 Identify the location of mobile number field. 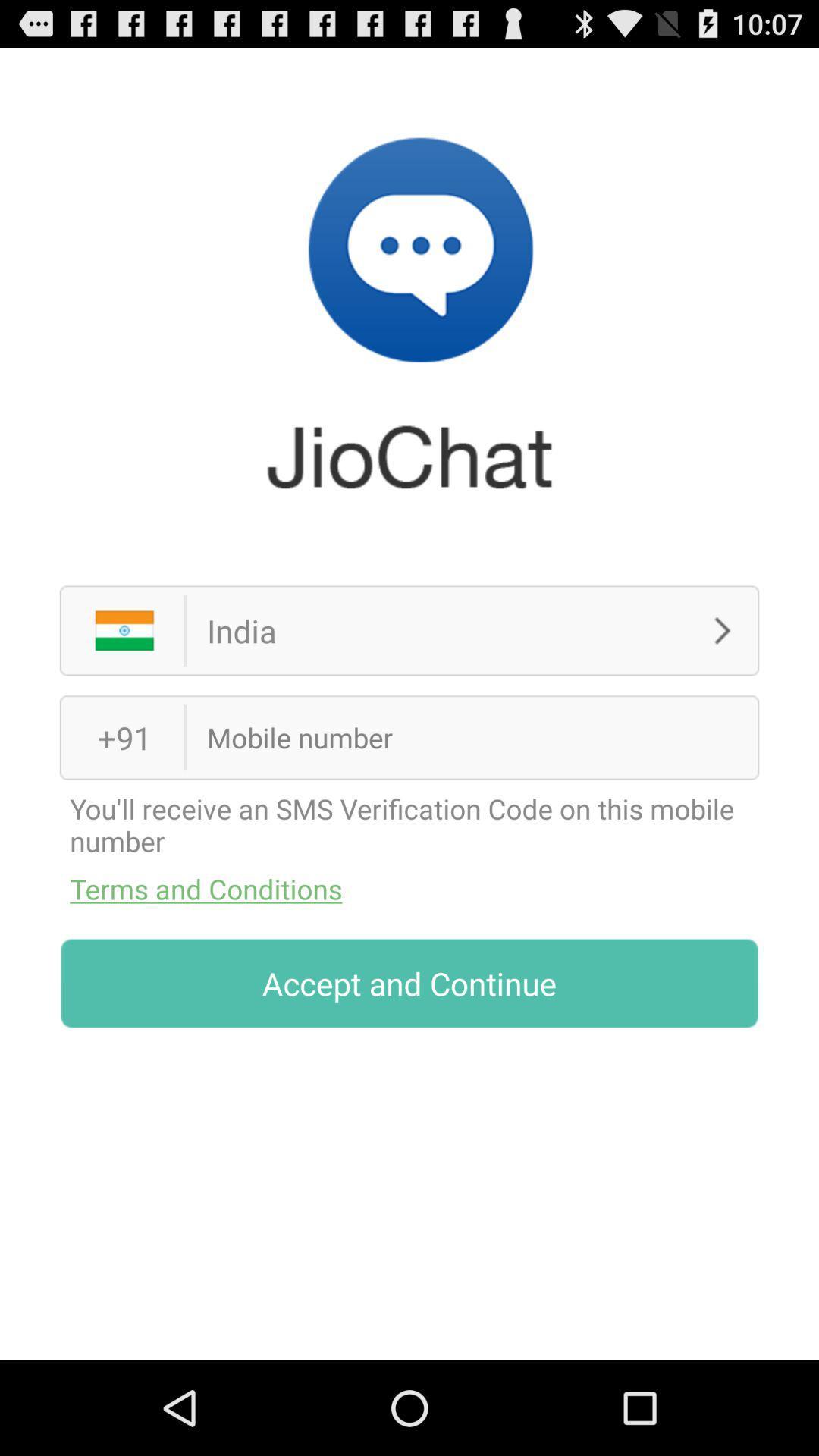
(447, 737).